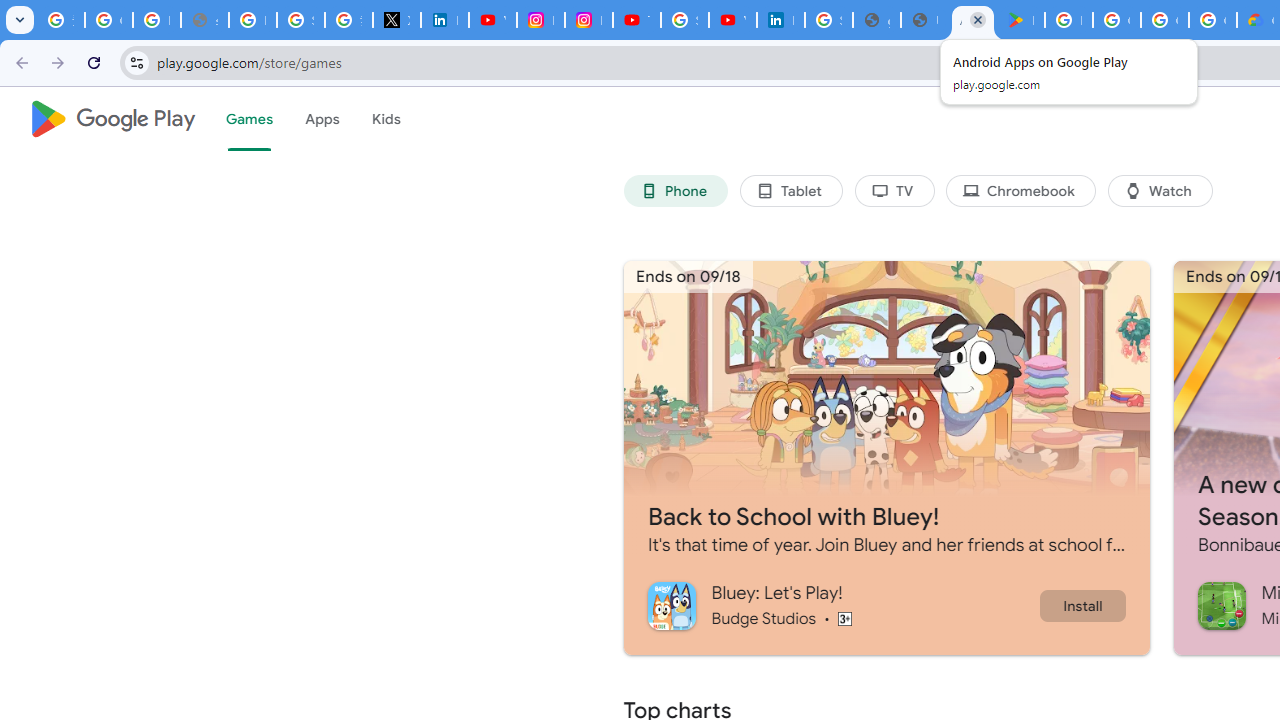  What do you see at coordinates (972, 20) in the screenshot?
I see `'Android Apps on Google Play'` at bounding box center [972, 20].